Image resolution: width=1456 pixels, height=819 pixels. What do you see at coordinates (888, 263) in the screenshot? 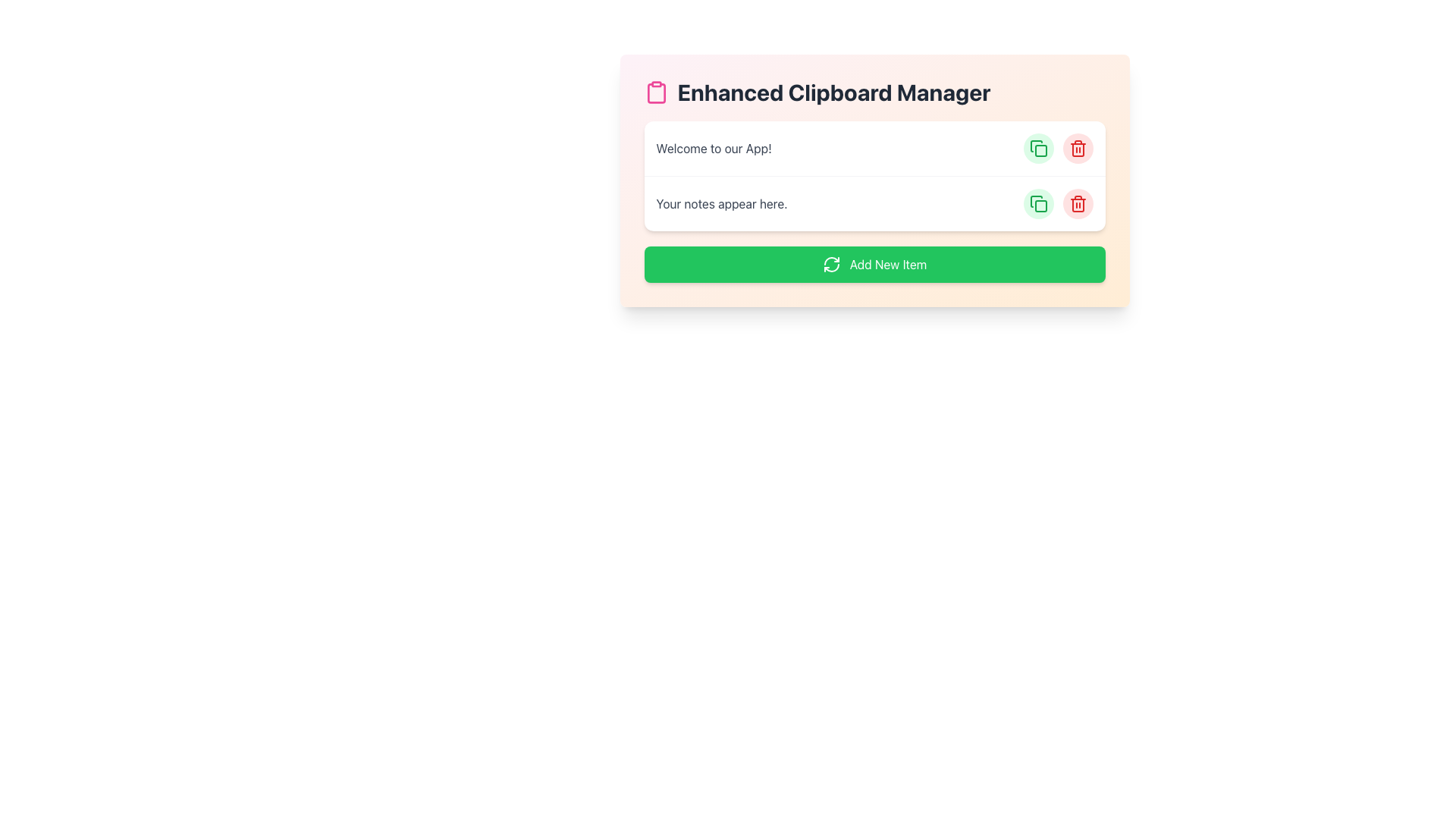
I see `text content 'Add New Item' from the text label with a white font over a green rectangular background, located towards the bottom of the interface` at bounding box center [888, 263].